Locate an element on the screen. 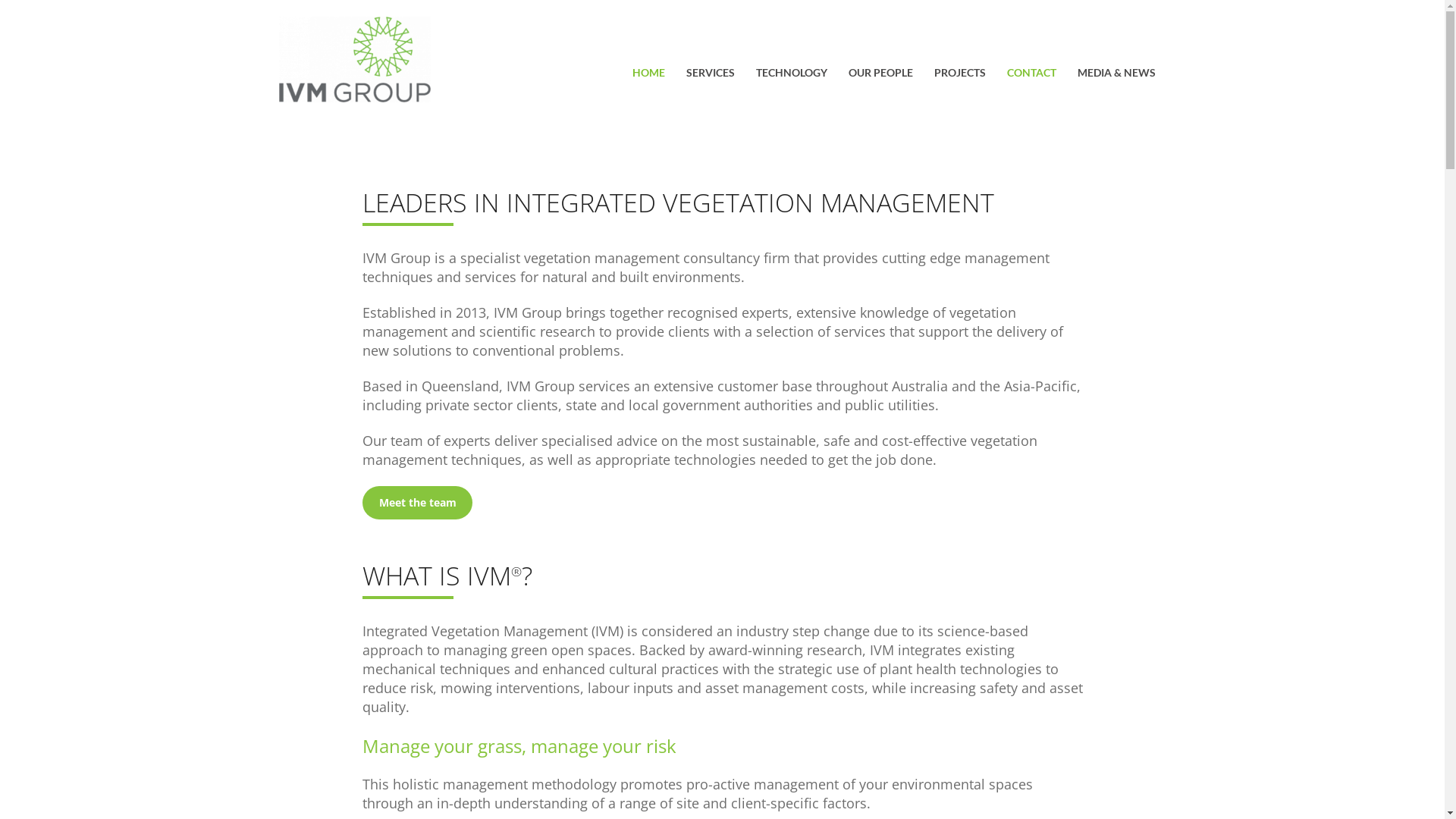  'Meet the team' is located at coordinates (362, 503).